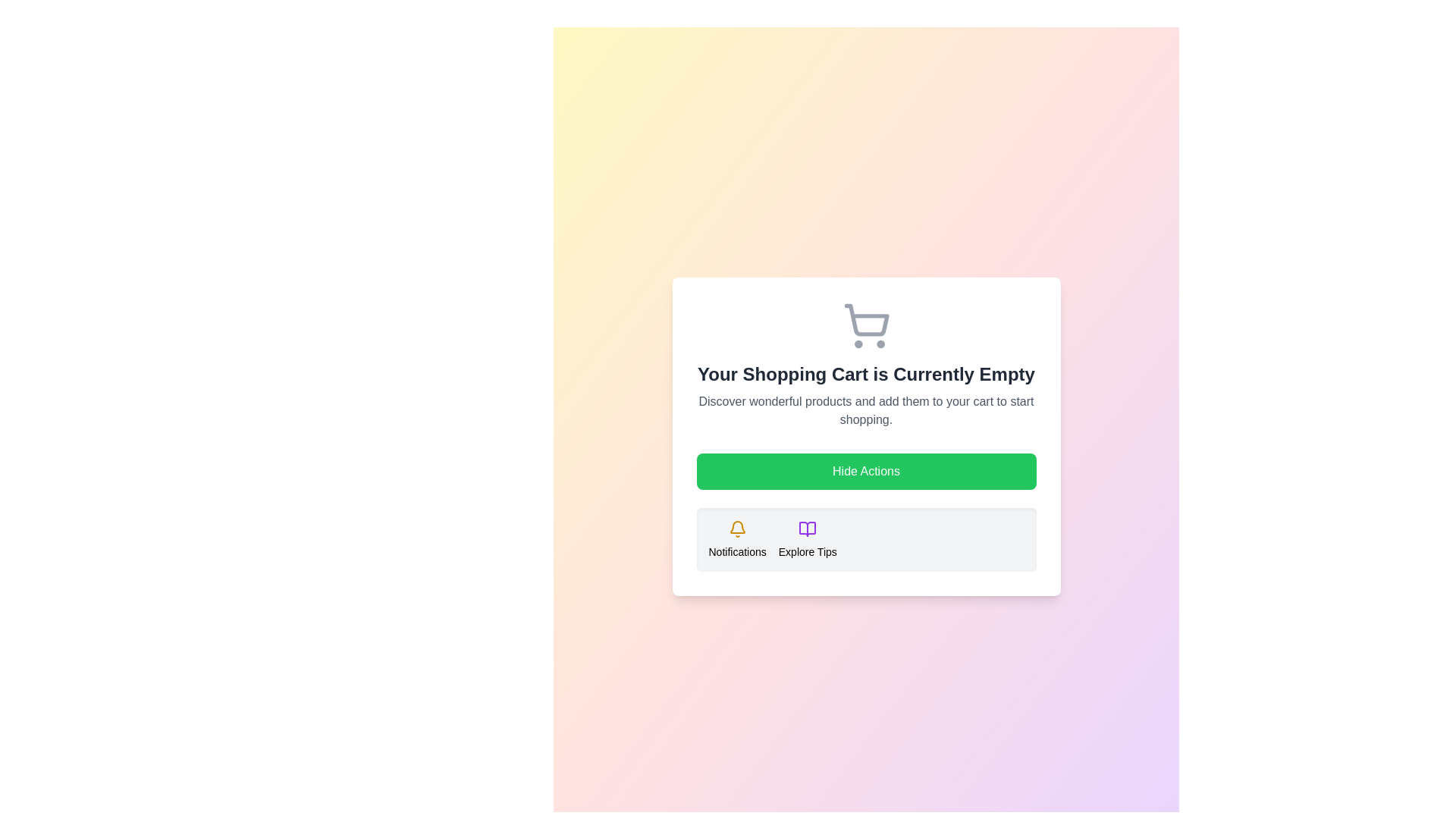 The image size is (1456, 819). Describe the element at coordinates (866, 411) in the screenshot. I see `instructional text label located below the heading 'Your Shopping Cart is Currently Empty' and above the 'Hide Actions' button, which is displayed in a medium-sized gray font` at that location.